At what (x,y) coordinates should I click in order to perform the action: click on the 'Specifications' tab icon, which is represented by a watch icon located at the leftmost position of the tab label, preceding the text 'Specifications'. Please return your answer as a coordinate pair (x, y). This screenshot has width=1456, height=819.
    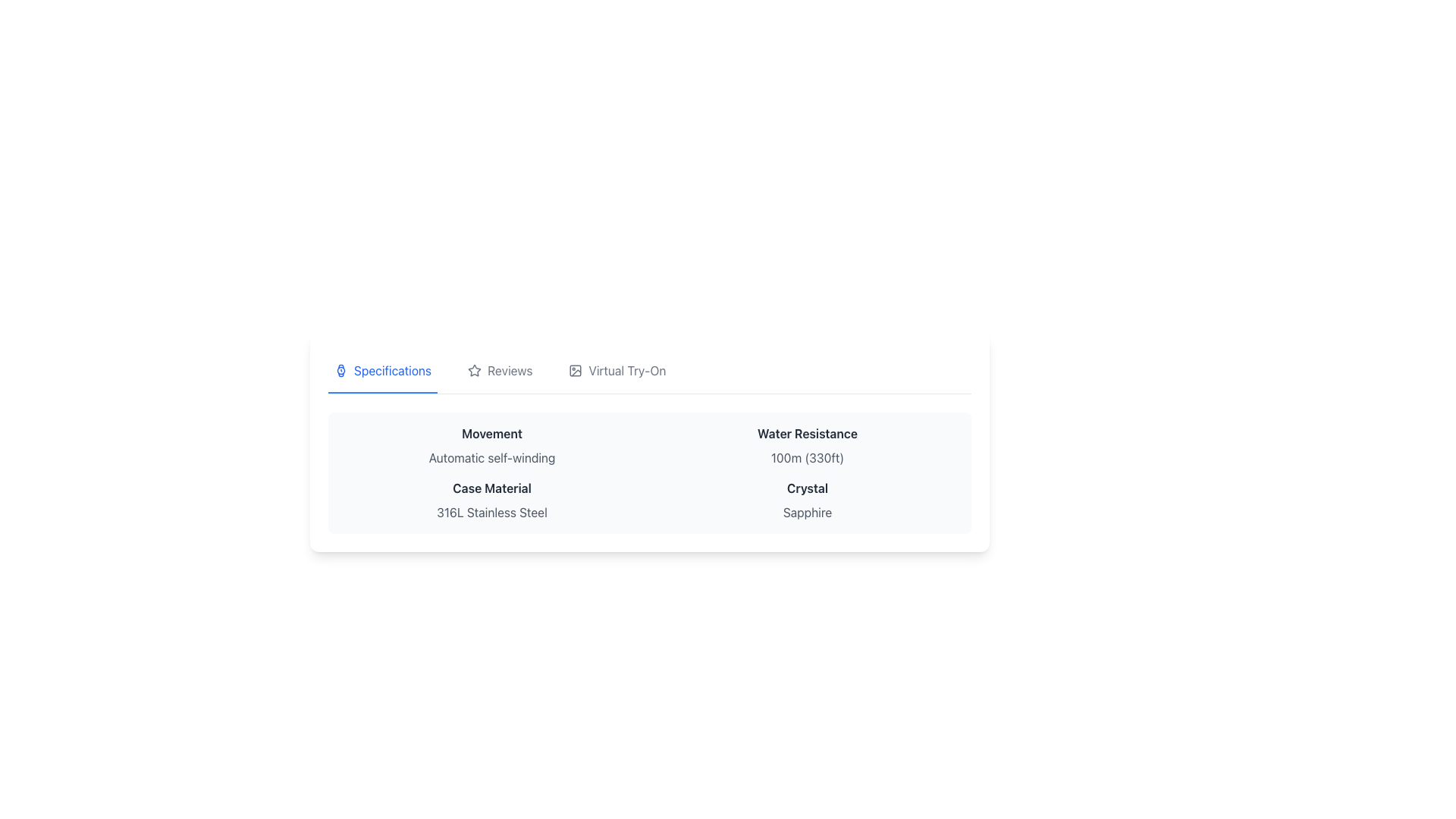
    Looking at the image, I should click on (340, 371).